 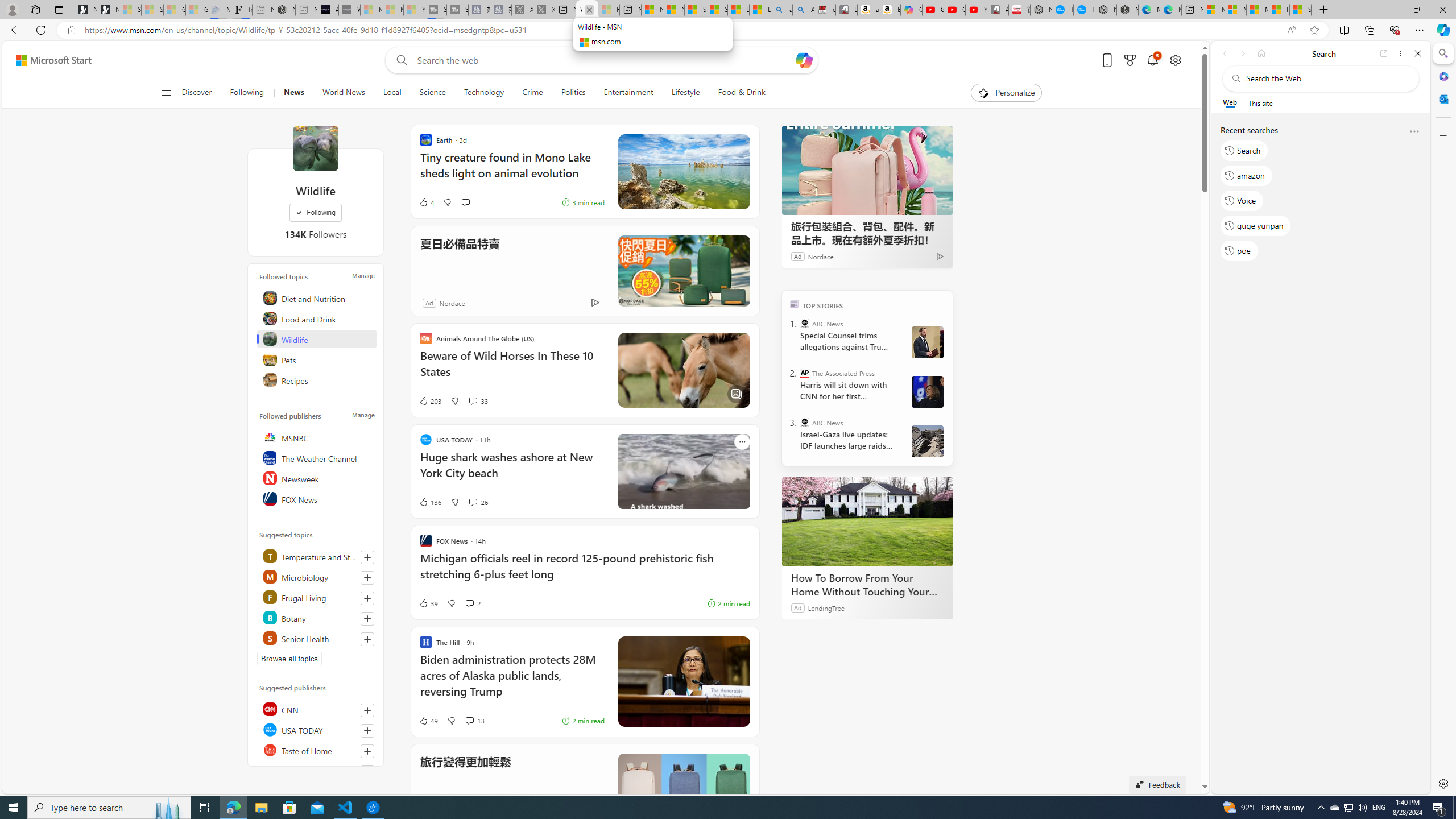 I want to click on 'View comments 33 Comment', so click(x=471, y=400).